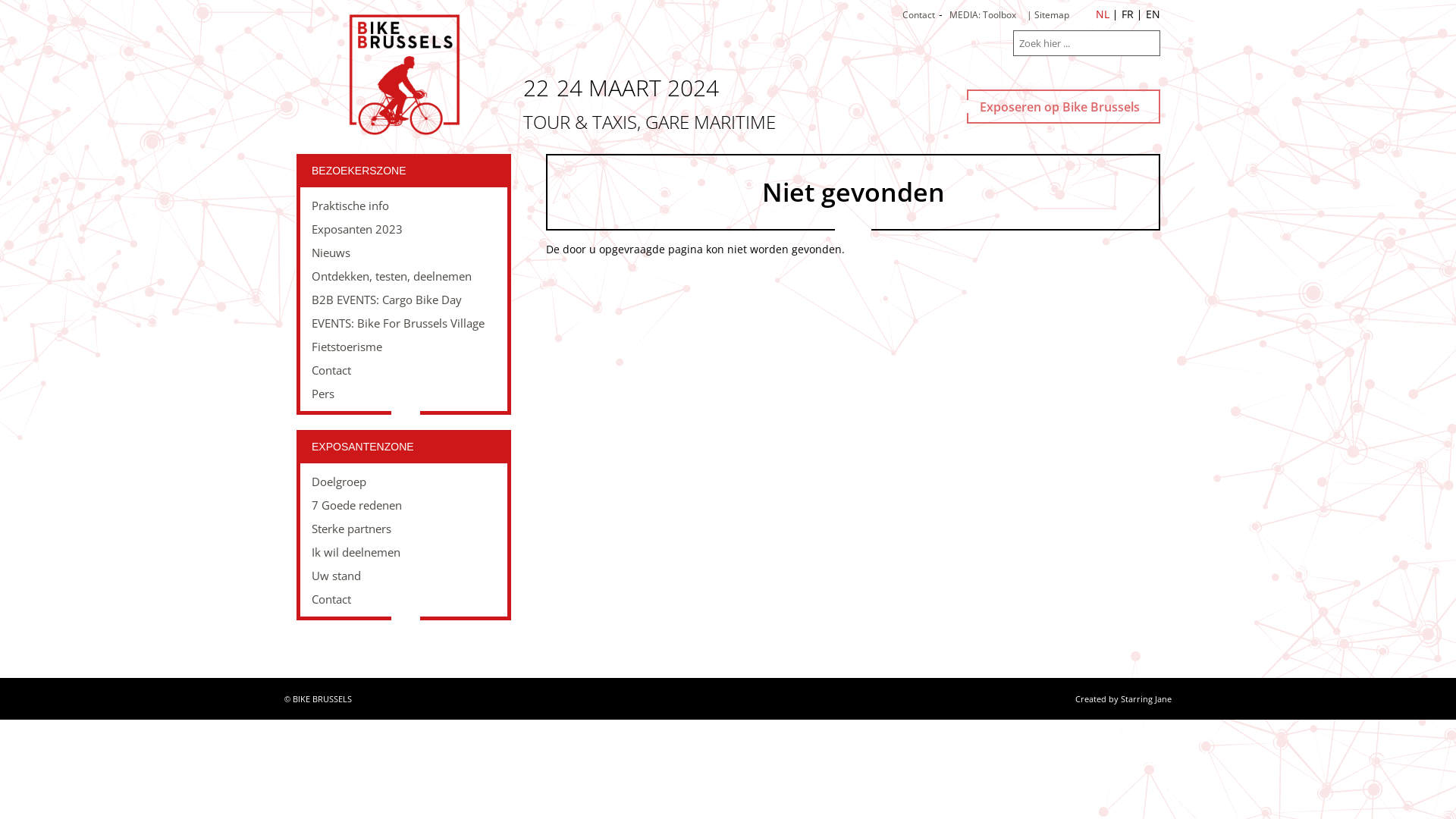 This screenshot has width=1456, height=819. What do you see at coordinates (1128, 14) in the screenshot?
I see `'FR'` at bounding box center [1128, 14].